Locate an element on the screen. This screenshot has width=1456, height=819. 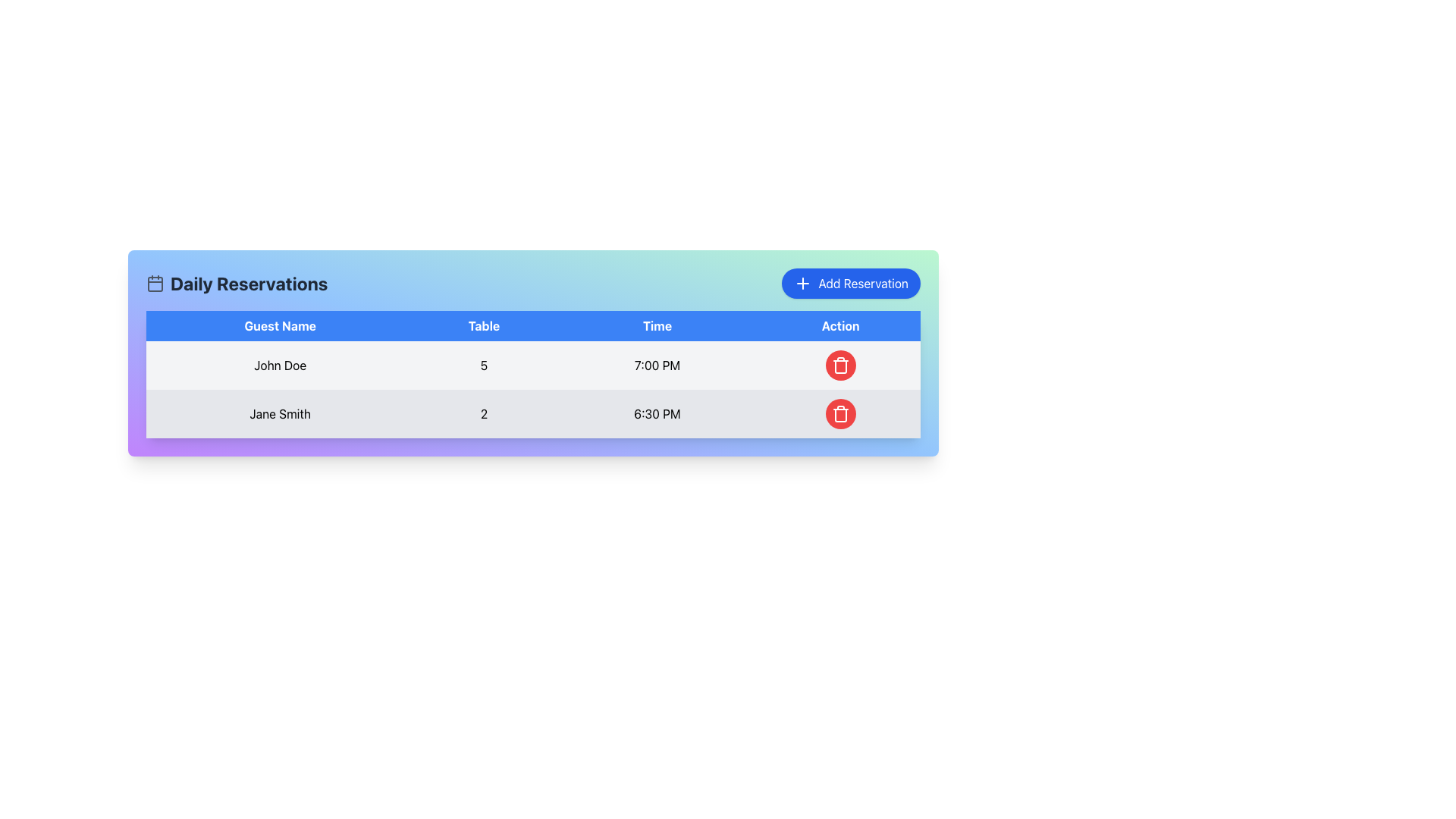
the red trash bin icon button in the last row of the 'Action' column is located at coordinates (839, 366).